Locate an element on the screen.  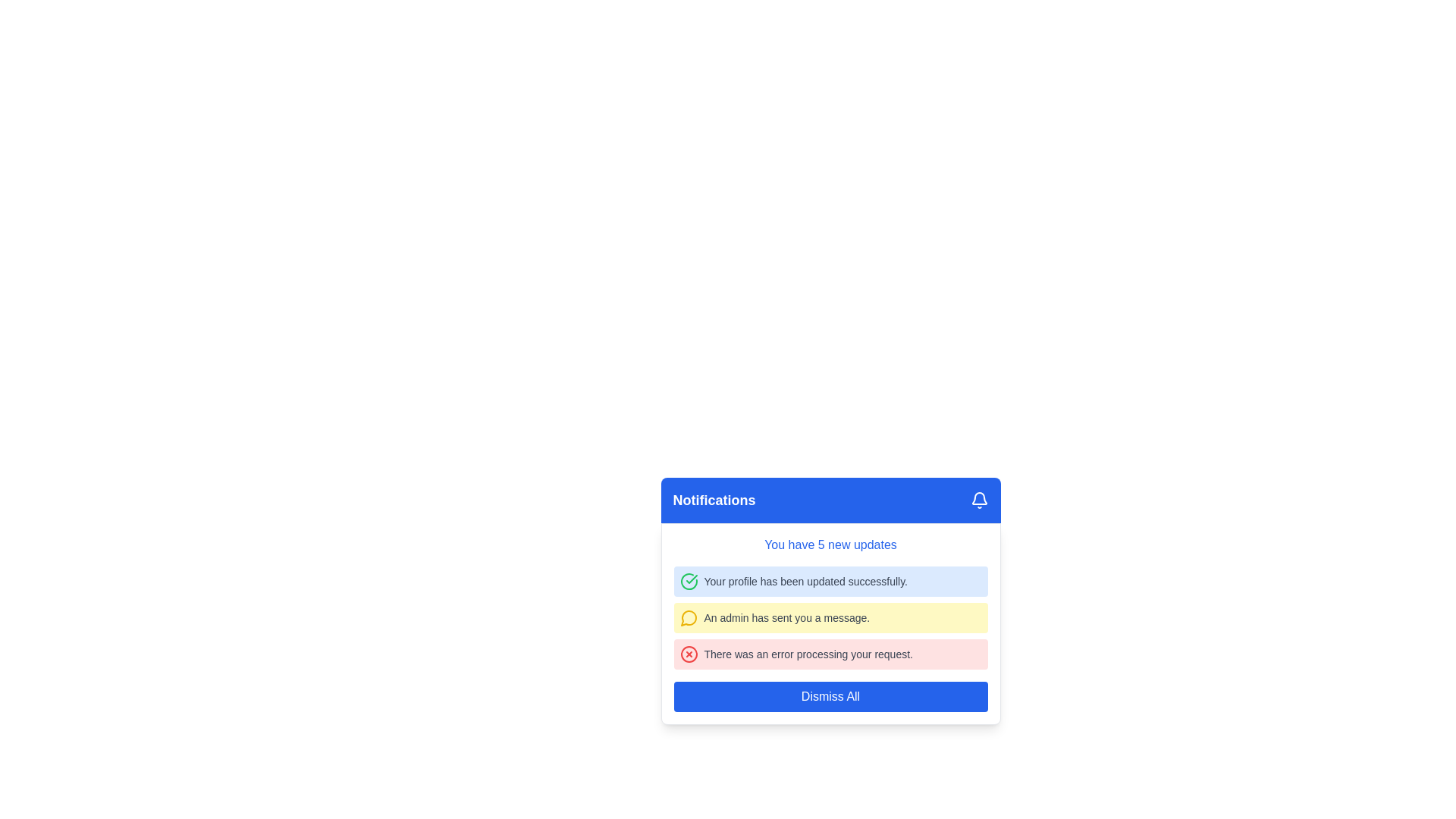
the text label indicating five new updates available for the user, located at the top of the notification message area is located at coordinates (830, 544).